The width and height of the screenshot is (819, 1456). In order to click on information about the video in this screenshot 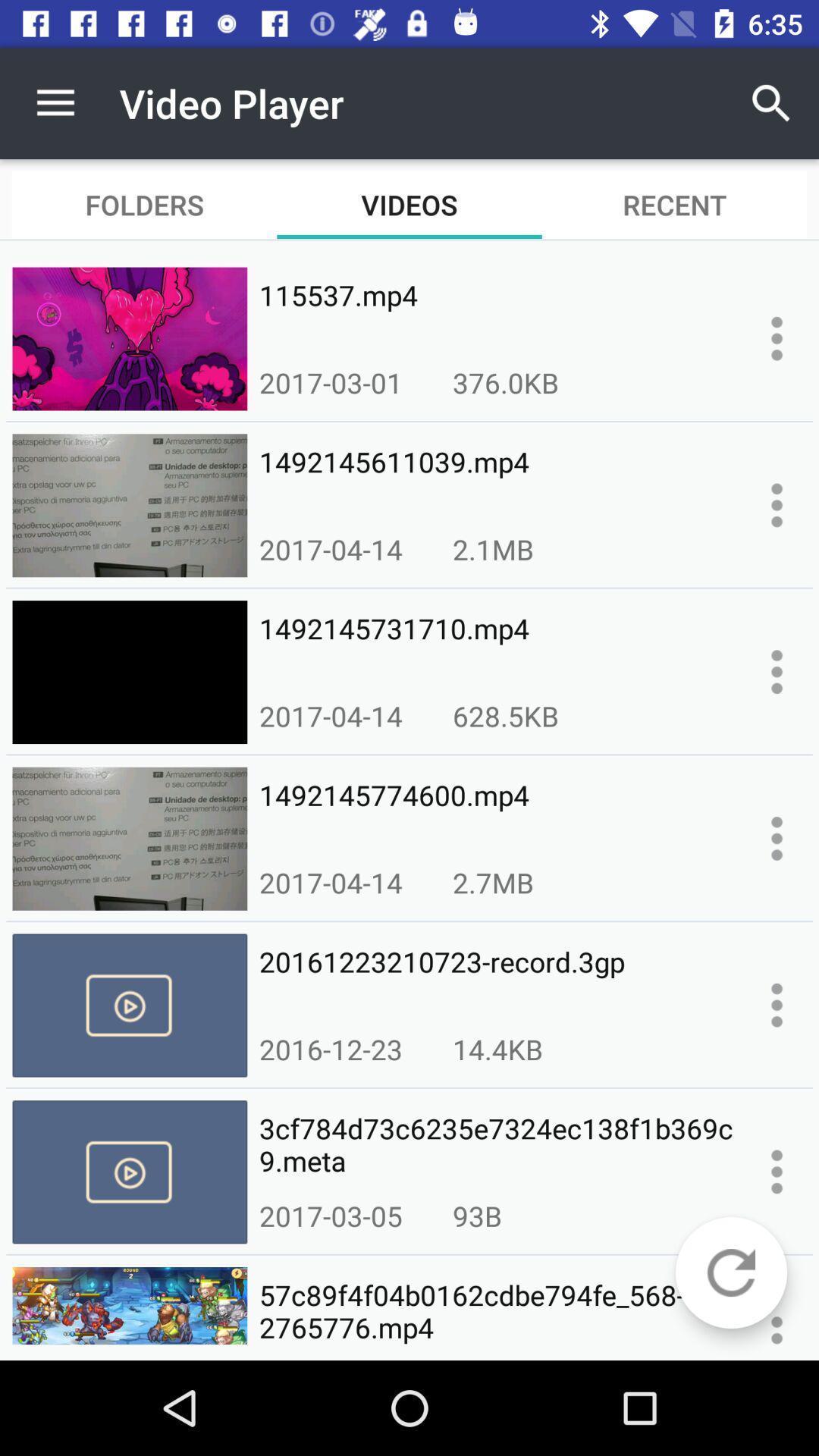, I will do `click(777, 1322)`.